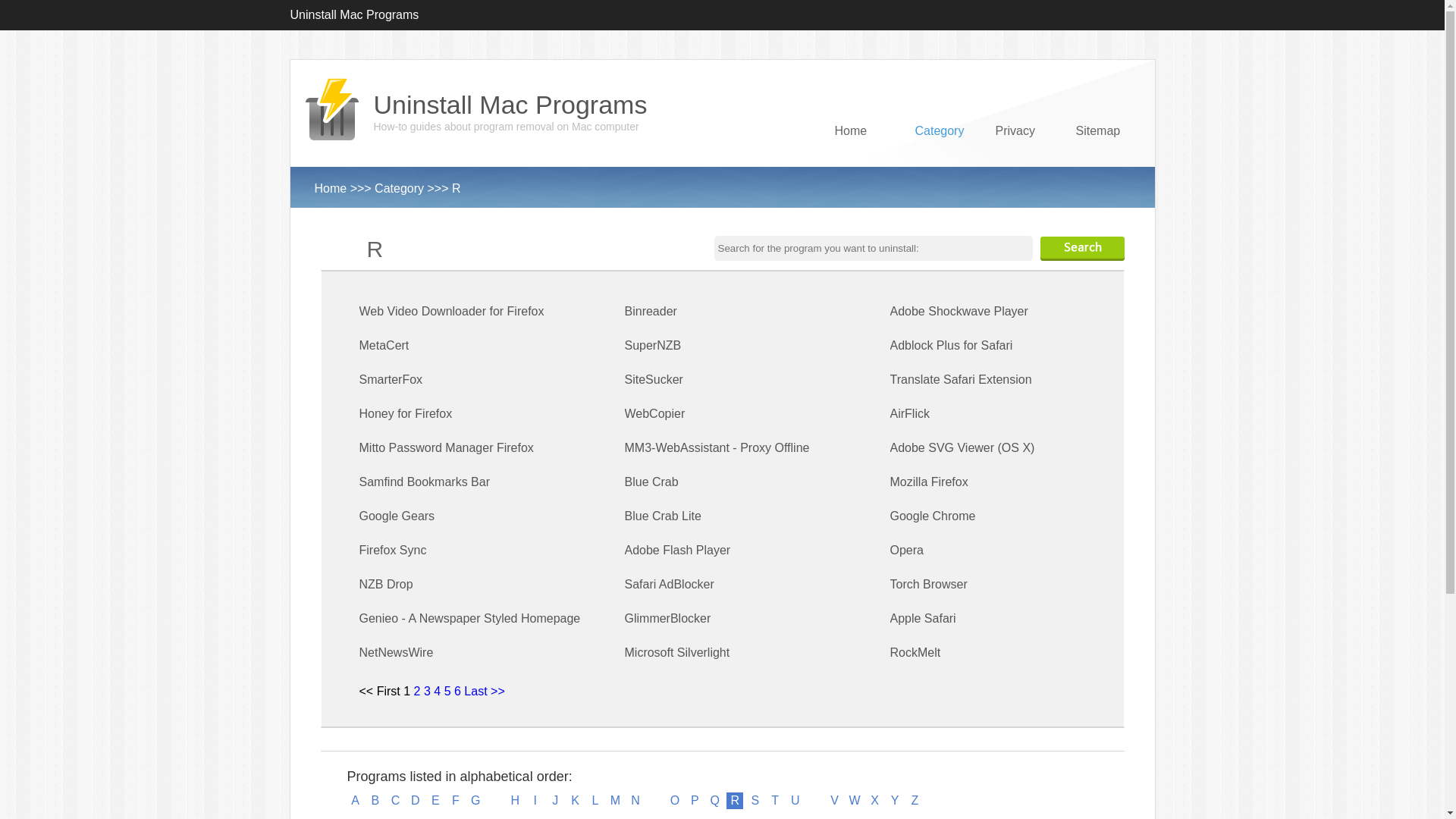  Describe the element at coordinates (615, 800) in the screenshot. I see `'M'` at that location.